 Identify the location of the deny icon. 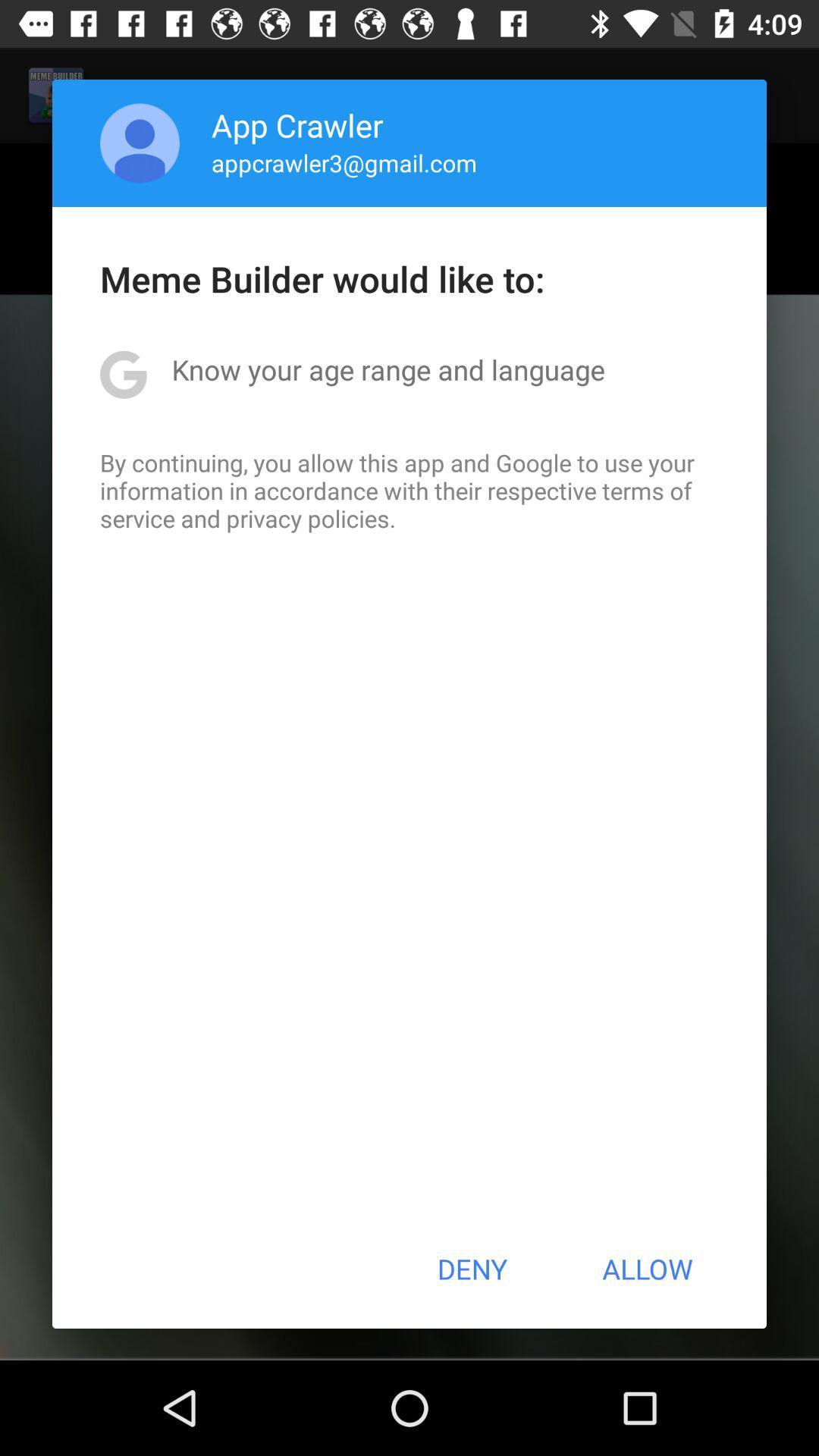
(471, 1269).